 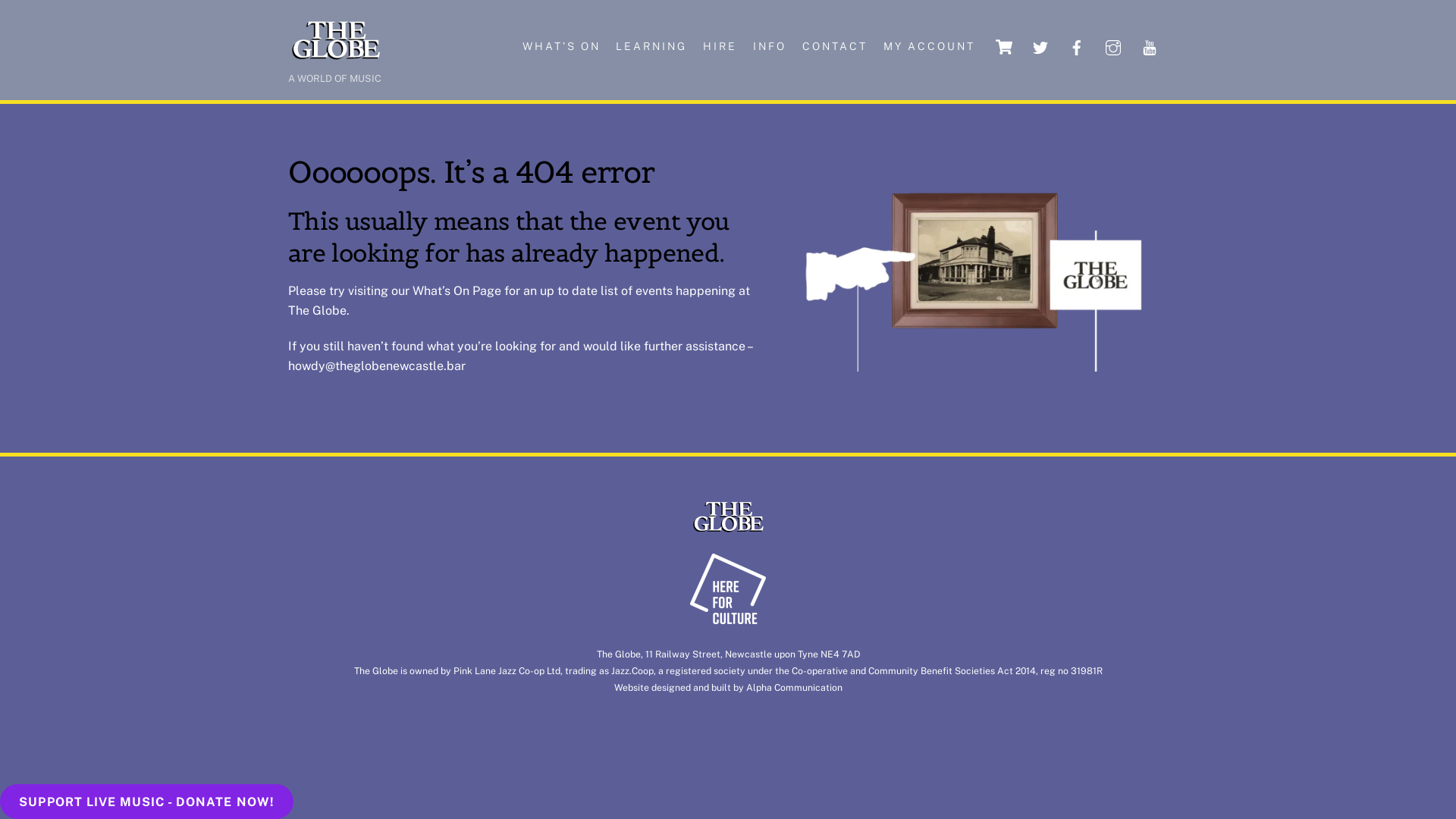 I want to click on 'Alpha Communication', so click(x=793, y=687).